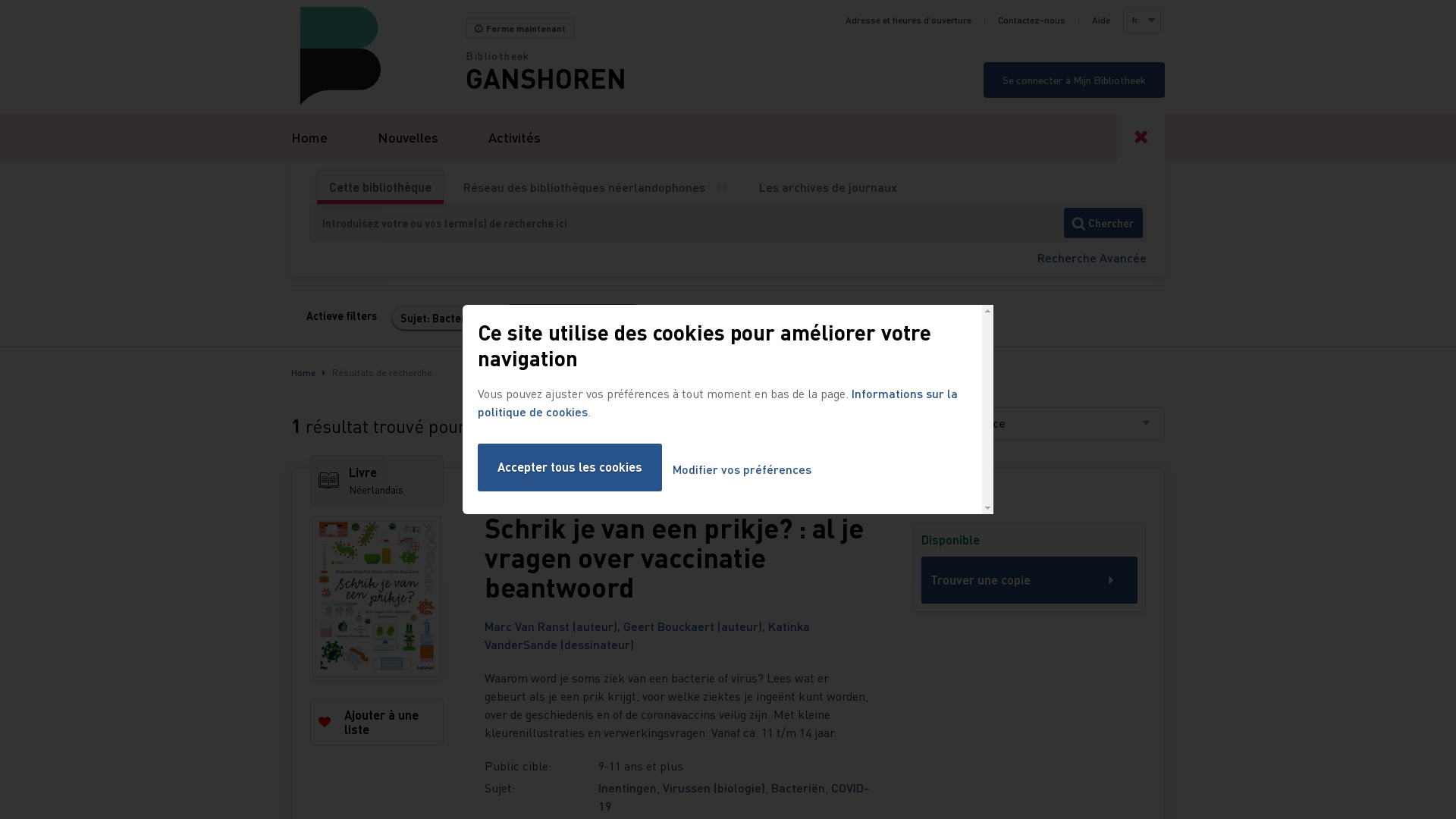 This screenshot has width=1456, height=819. I want to click on 'Inentingen', so click(627, 786).